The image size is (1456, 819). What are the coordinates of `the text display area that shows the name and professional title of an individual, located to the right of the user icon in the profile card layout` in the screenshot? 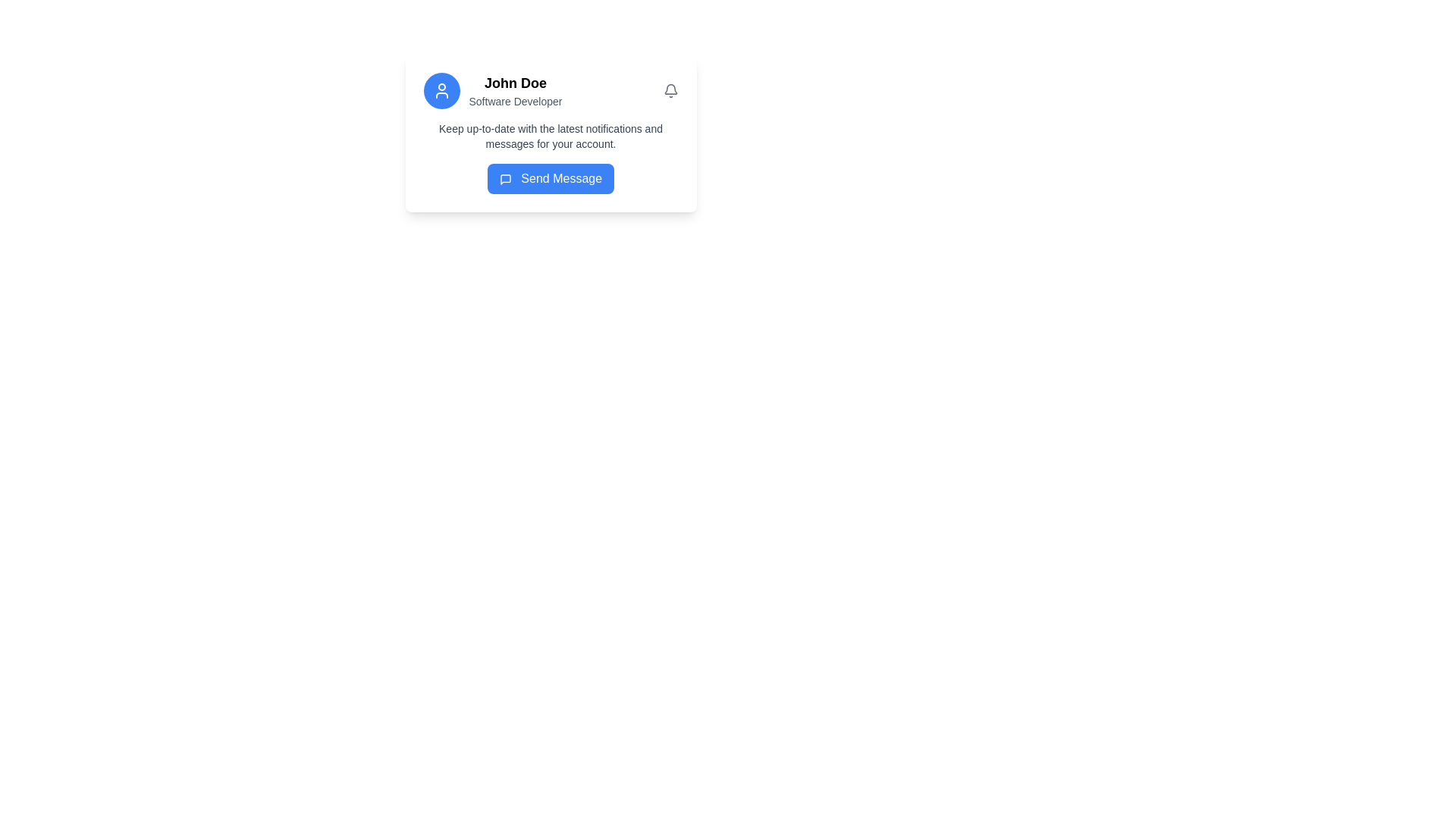 It's located at (516, 90).